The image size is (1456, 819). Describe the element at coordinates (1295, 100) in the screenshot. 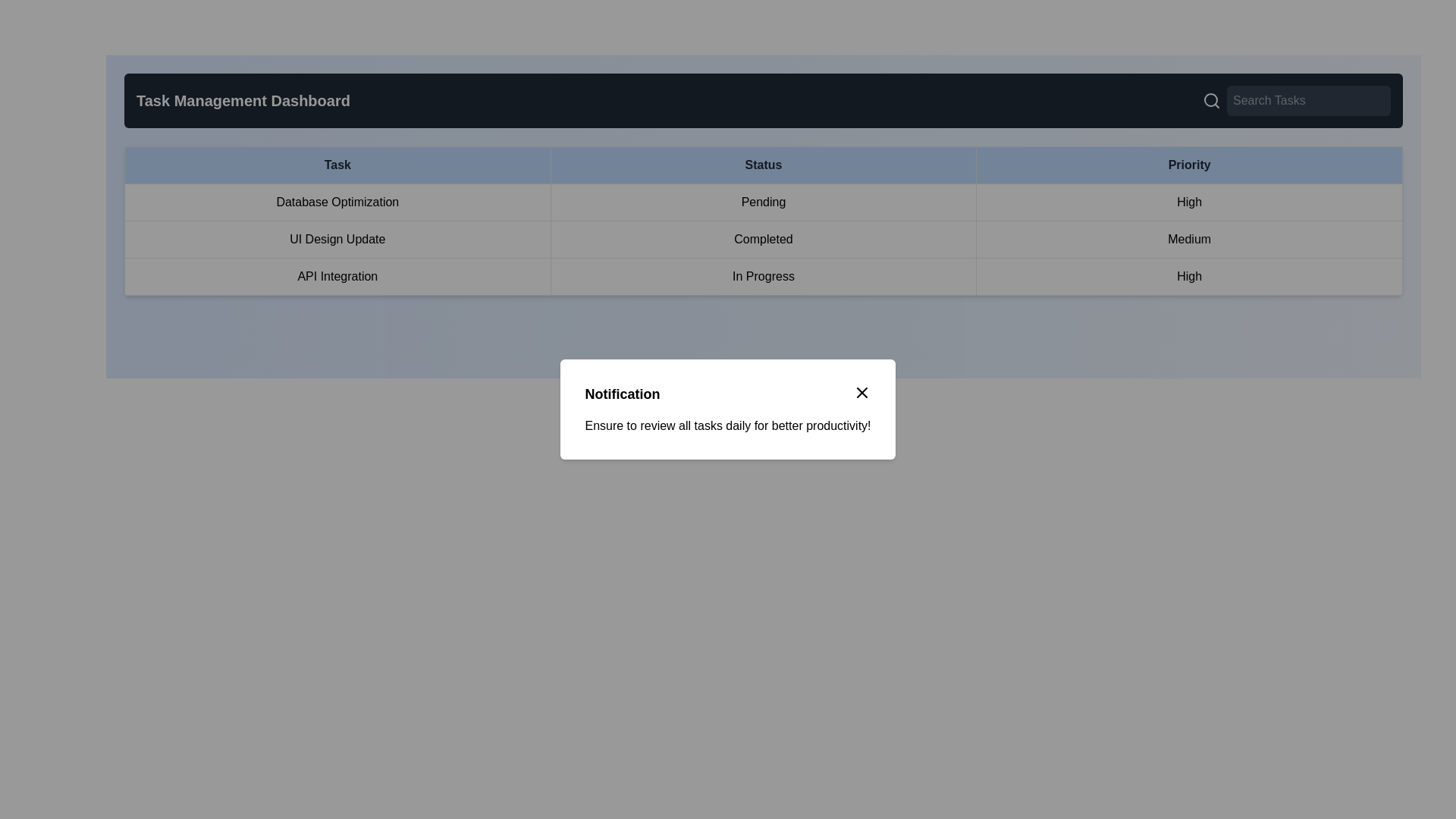

I see `the Search bar in the top-right corner of the Task Management Dashboard` at that location.